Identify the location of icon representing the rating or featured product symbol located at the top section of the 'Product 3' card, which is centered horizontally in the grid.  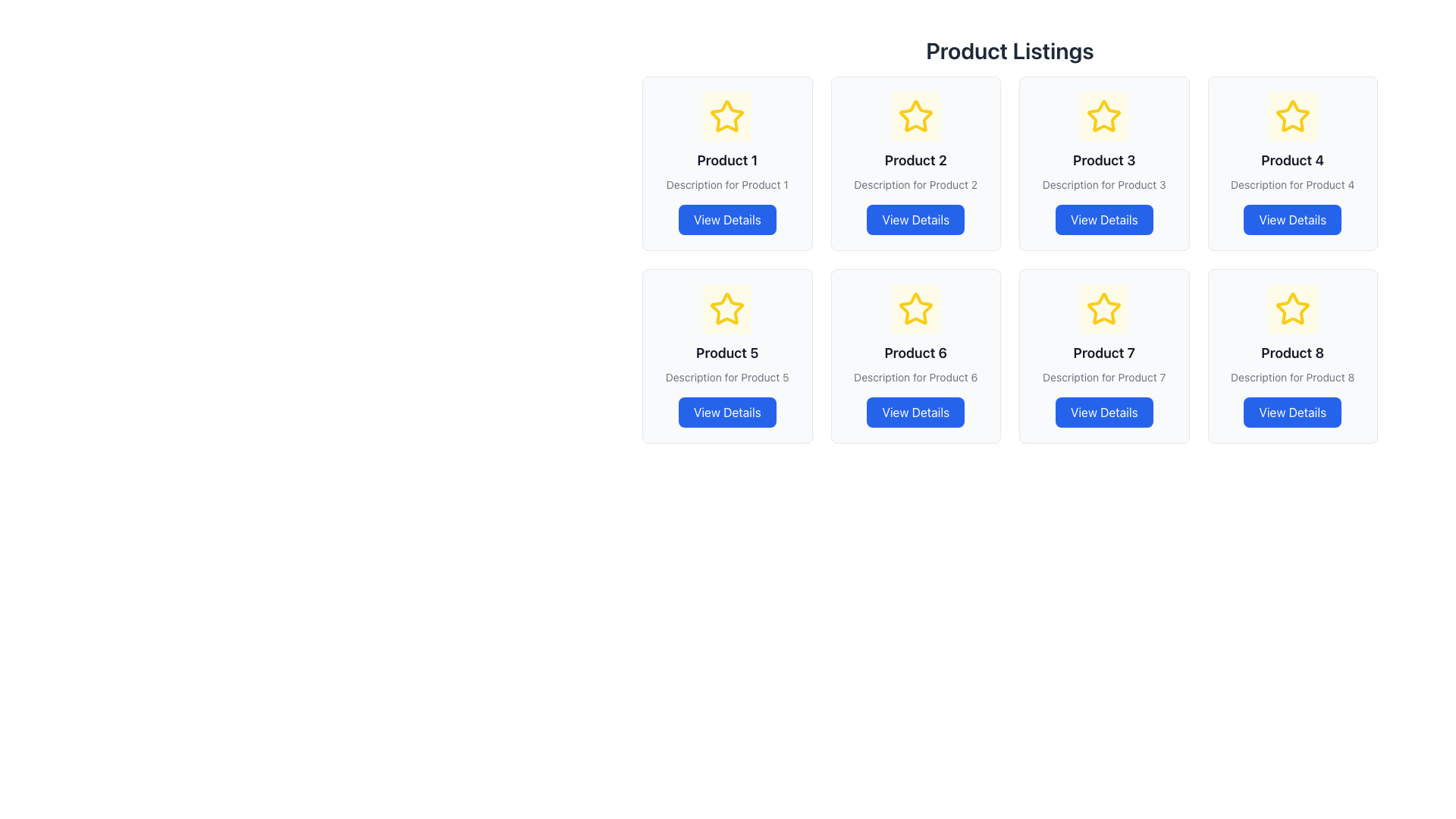
(1104, 116).